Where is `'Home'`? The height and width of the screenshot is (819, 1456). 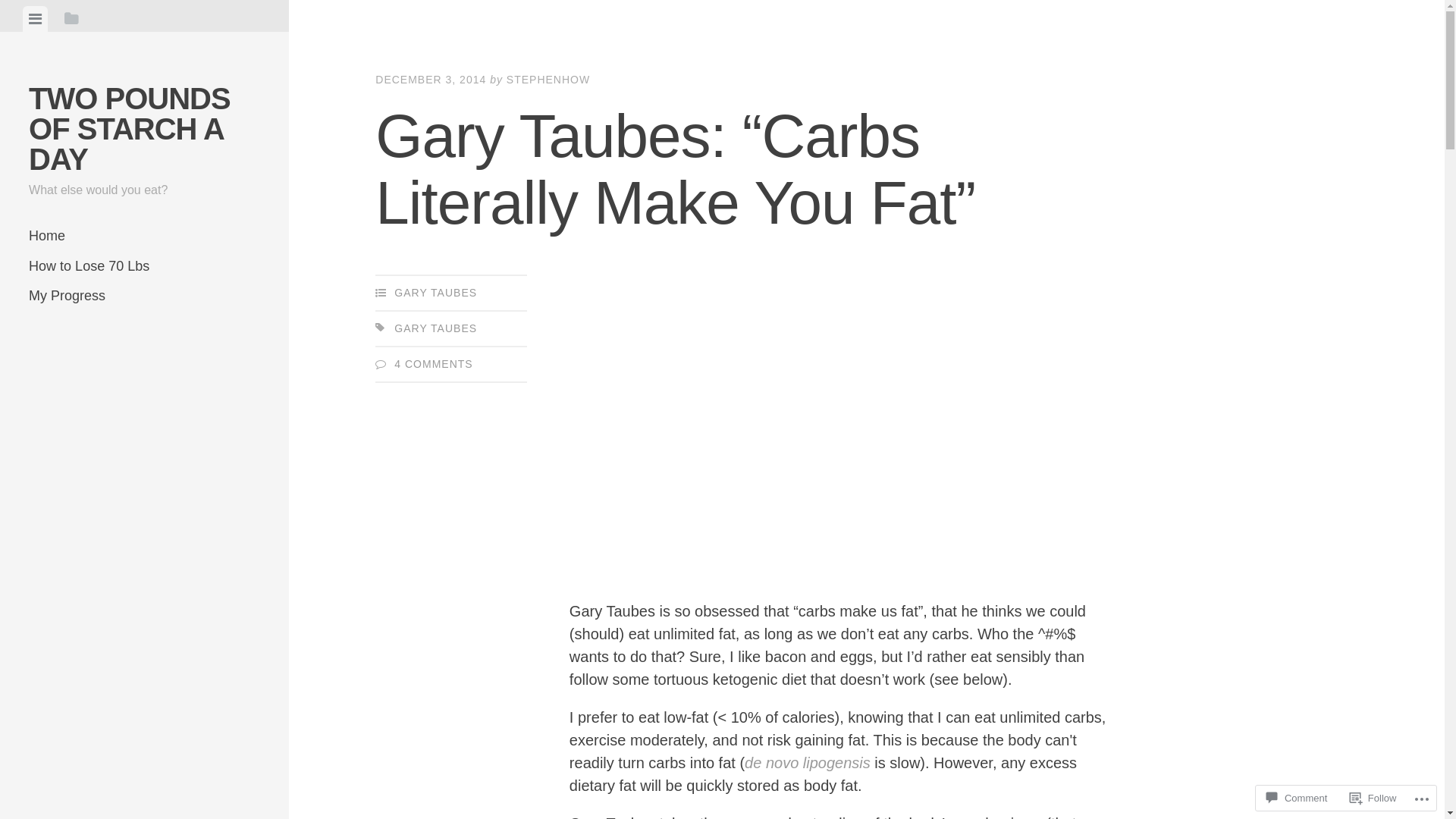
'Home' is located at coordinates (144, 236).